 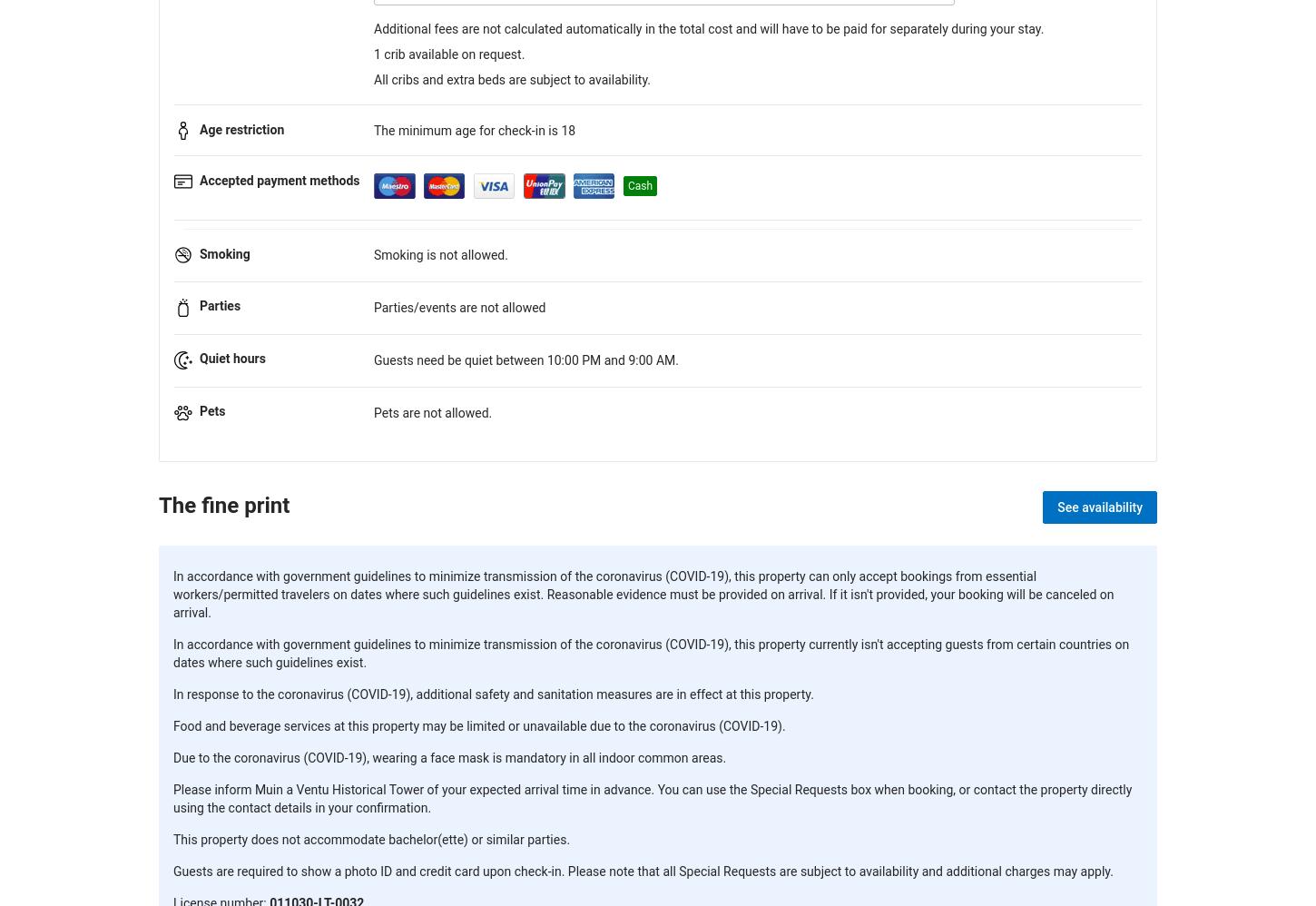 I want to click on 'In accordance with government guidelines to minimize transmission of the coronavirus (COVID-19), this property currently isn't accepting guests from certain countries on dates where such guidelines exist.', so click(x=650, y=653).